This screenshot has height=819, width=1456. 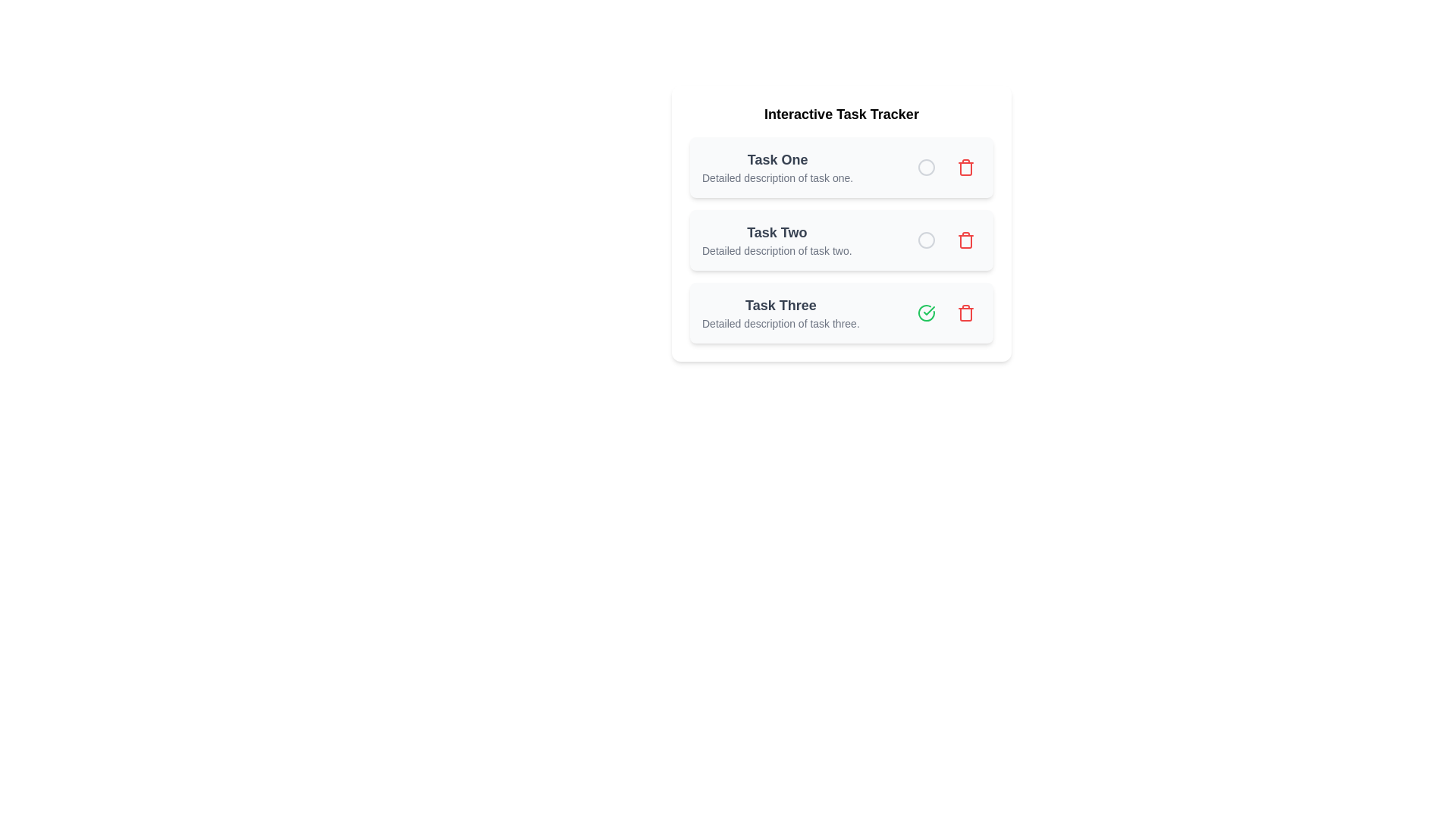 I want to click on the delete button for task Task One, so click(x=965, y=167).